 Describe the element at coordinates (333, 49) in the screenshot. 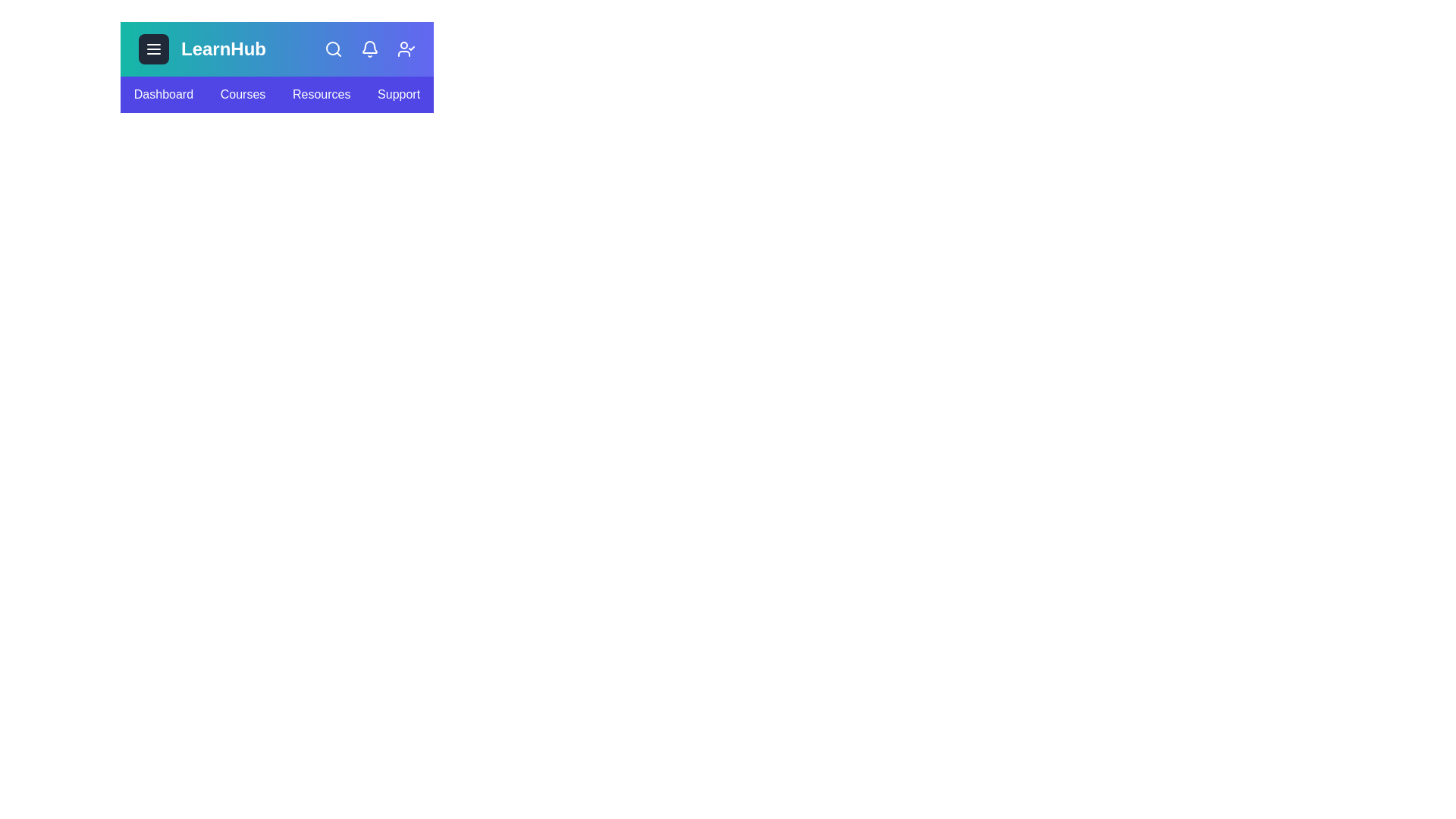

I see `the icon Search to perform its action` at that location.